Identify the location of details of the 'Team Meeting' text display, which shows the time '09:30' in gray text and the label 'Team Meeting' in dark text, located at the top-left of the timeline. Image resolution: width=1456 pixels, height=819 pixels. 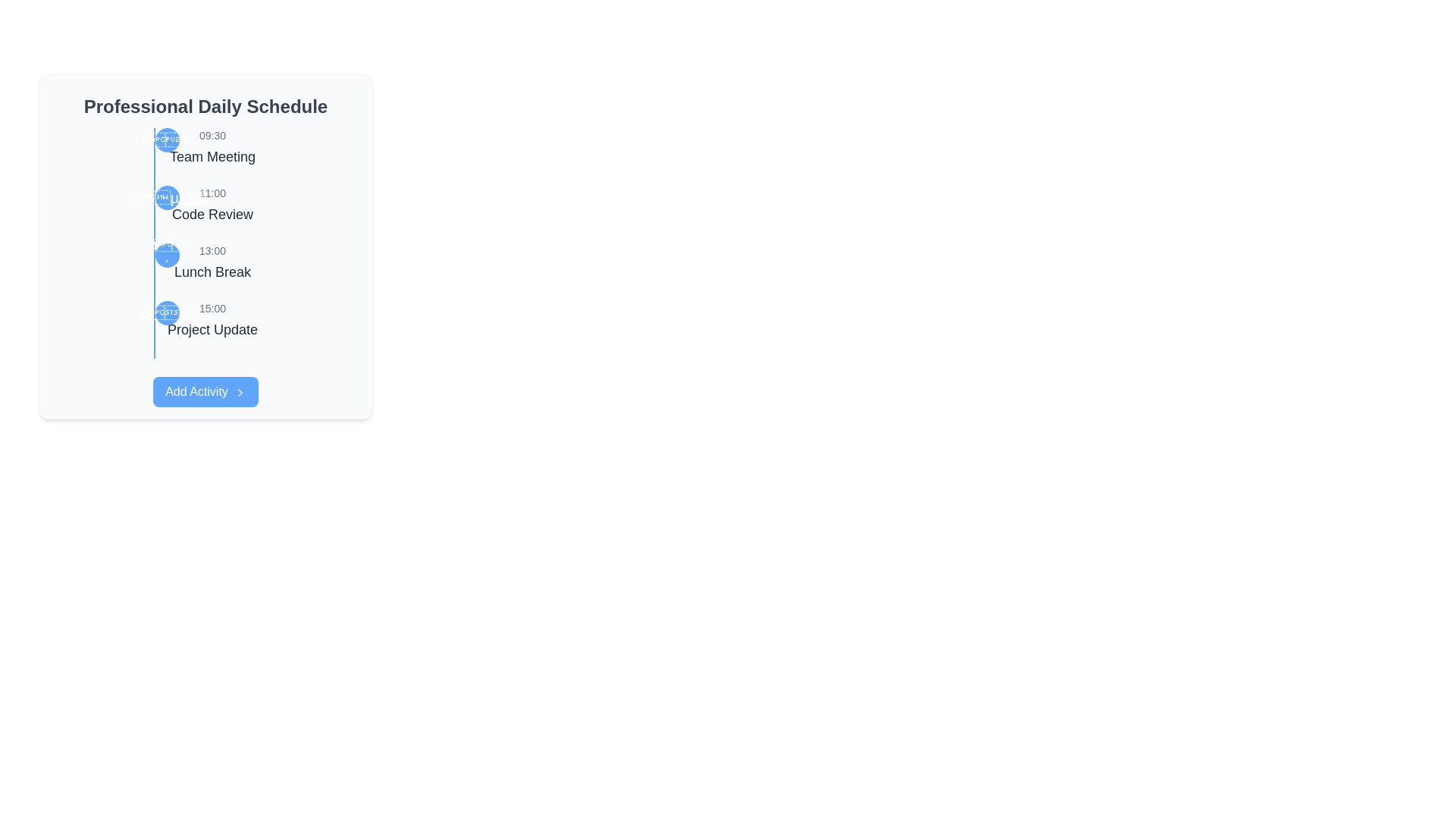
(212, 148).